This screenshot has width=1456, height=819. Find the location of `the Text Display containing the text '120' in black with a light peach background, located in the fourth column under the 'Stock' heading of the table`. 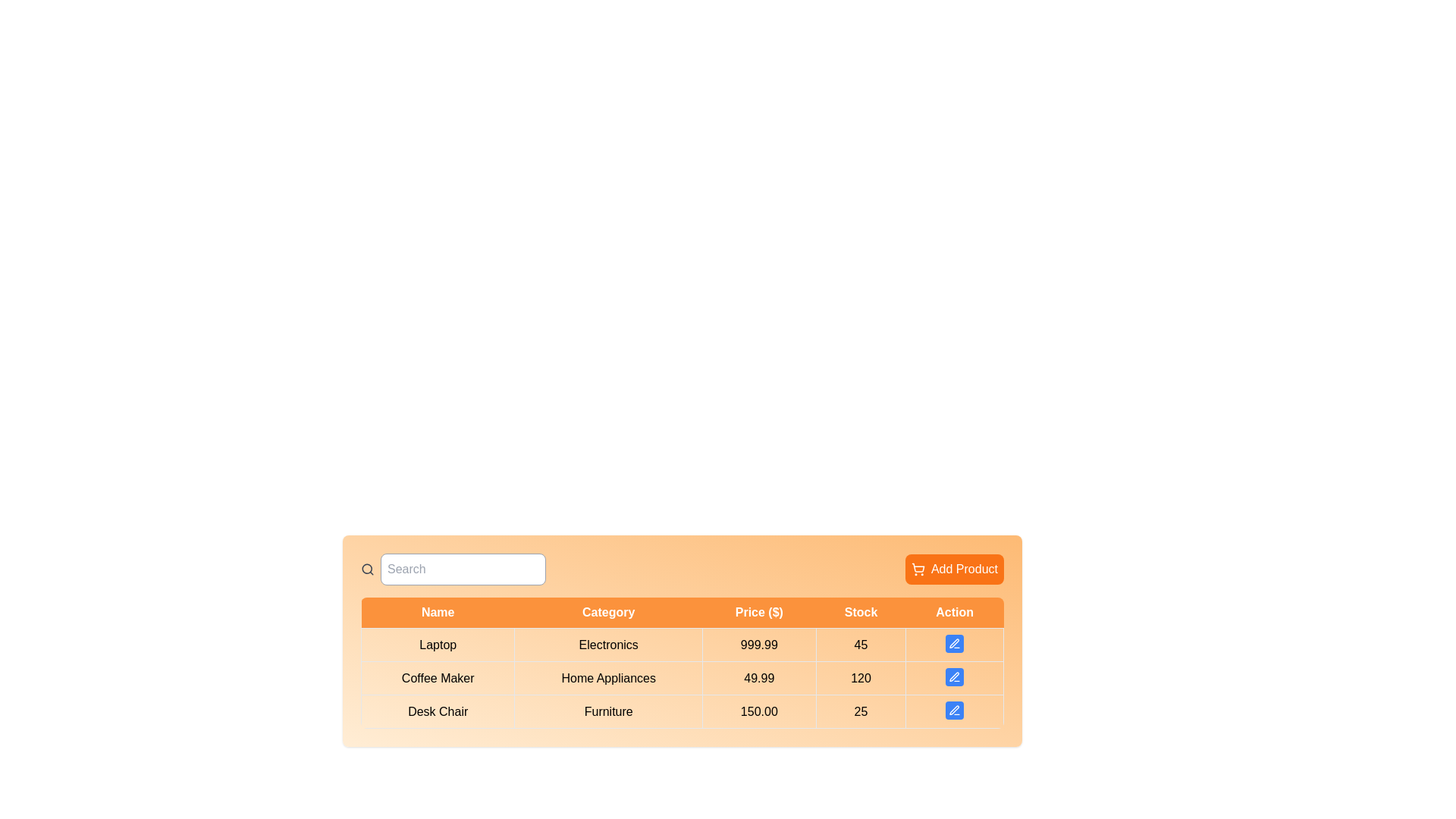

the Text Display containing the text '120' in black with a light peach background, located in the fourth column under the 'Stock' heading of the table is located at coordinates (861, 677).